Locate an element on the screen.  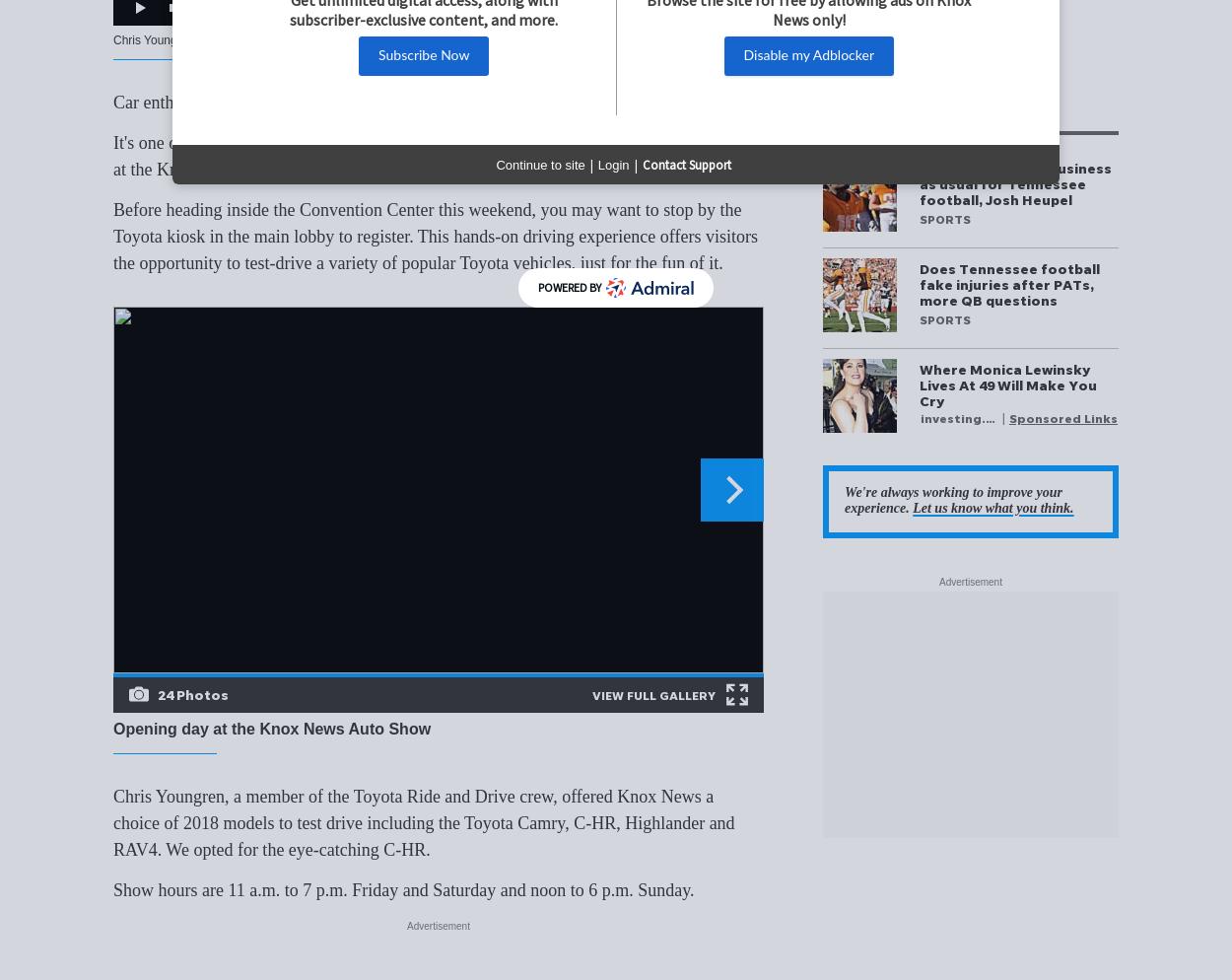
'Show hours are 11 a.m. to 7 p.m. Friday and Saturday and noon to 6 p.m. Sunday.' is located at coordinates (112, 889).